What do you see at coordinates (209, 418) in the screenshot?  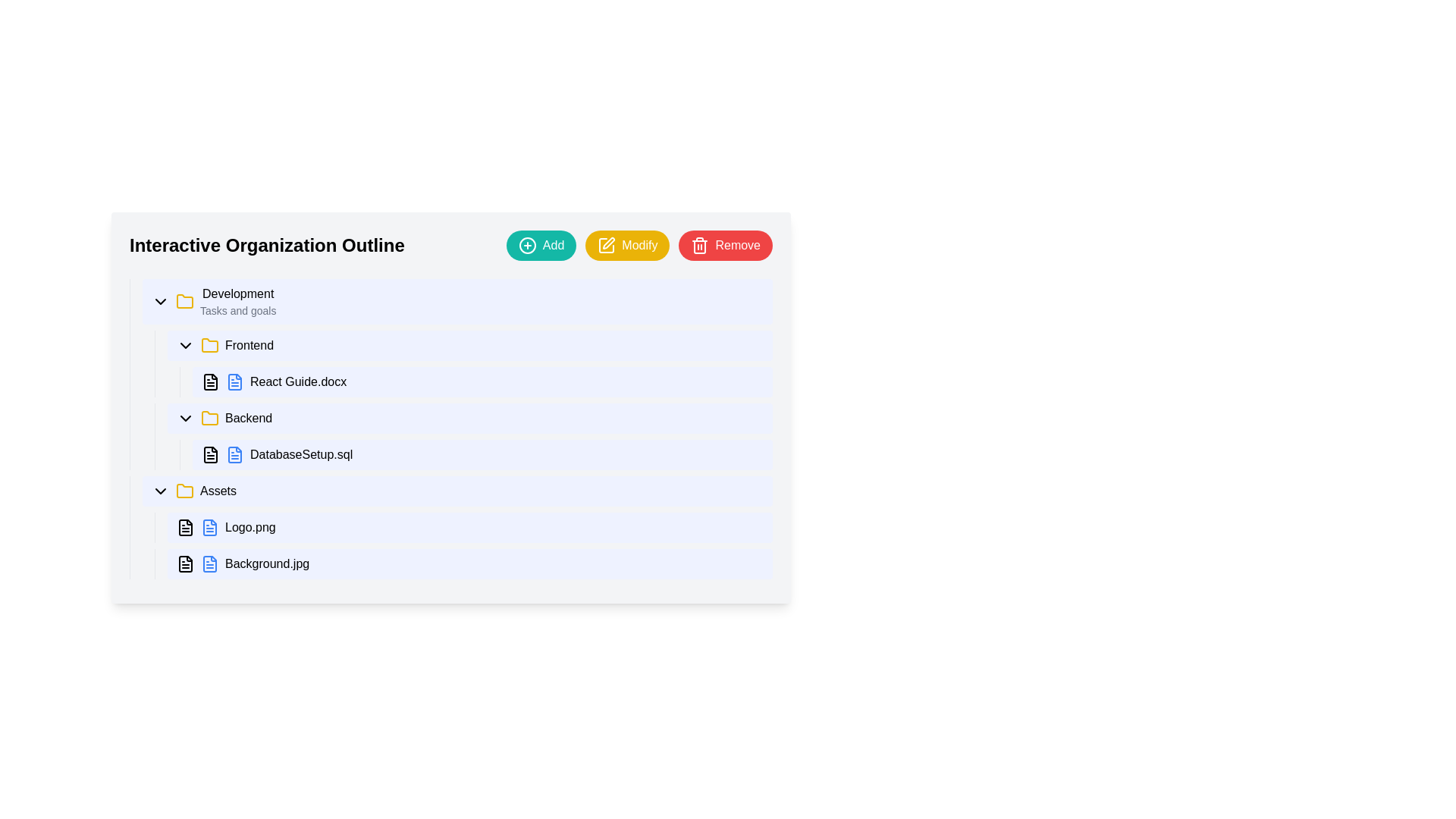 I see `the folder icon with a yellow outline, located` at bounding box center [209, 418].